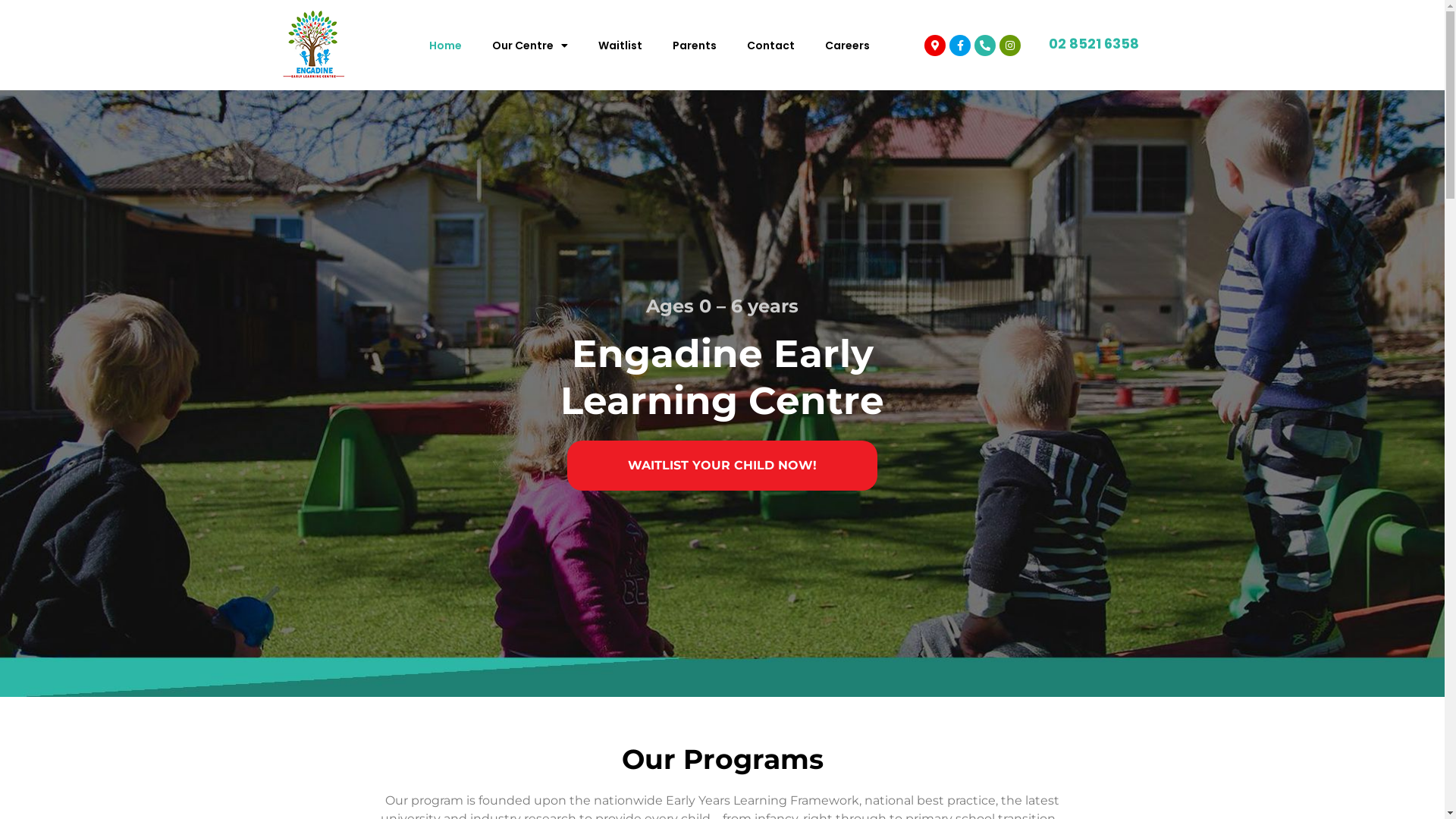  I want to click on 'Contact', so click(770, 43).